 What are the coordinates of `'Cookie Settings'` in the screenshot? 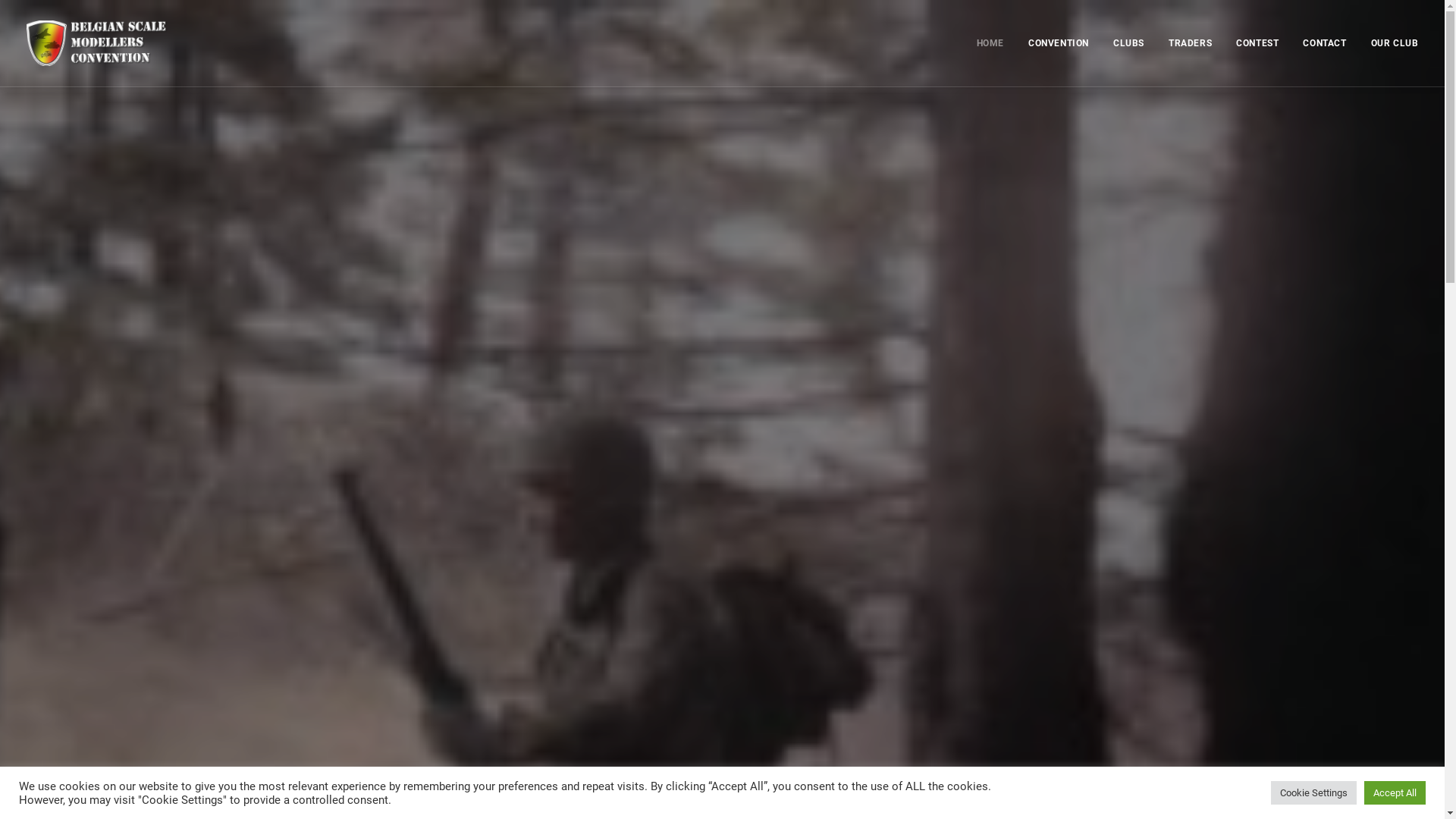 It's located at (1313, 792).